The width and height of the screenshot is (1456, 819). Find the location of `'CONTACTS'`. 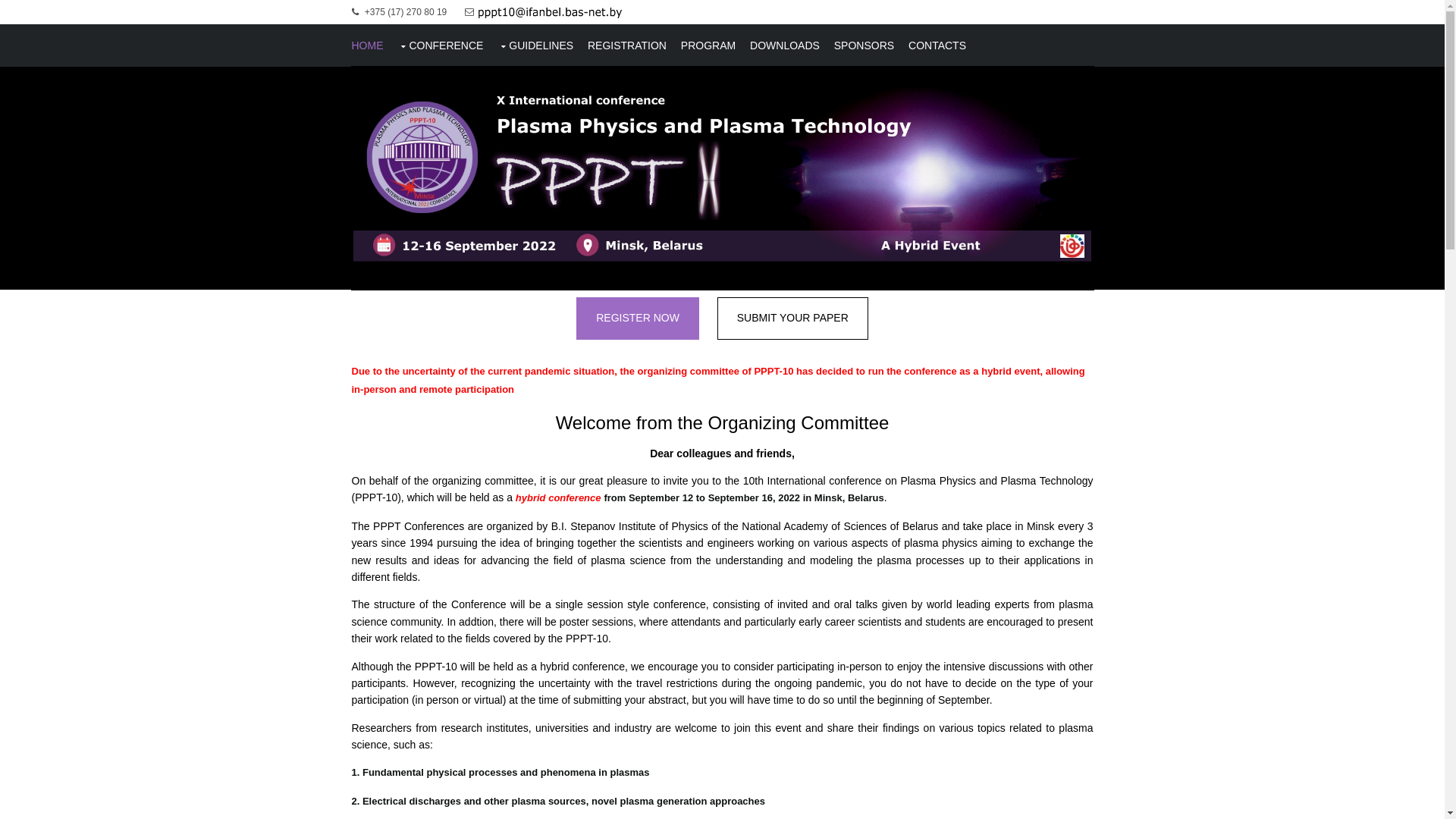

'CONTACTS' is located at coordinates (937, 45).